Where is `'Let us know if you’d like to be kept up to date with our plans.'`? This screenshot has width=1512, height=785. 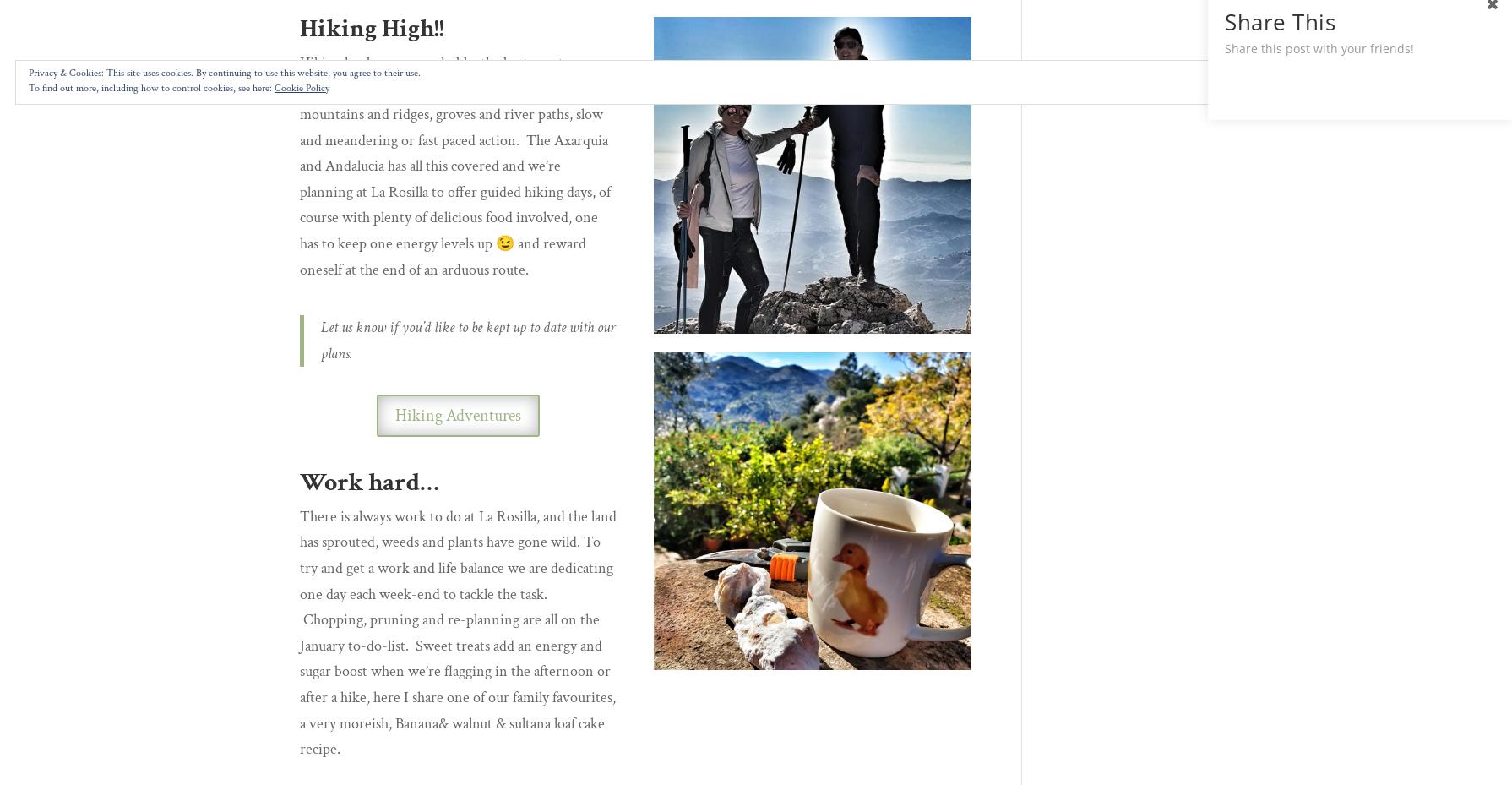 'Let us know if you’d like to be kept up to date with our plans.' is located at coordinates (467, 339).